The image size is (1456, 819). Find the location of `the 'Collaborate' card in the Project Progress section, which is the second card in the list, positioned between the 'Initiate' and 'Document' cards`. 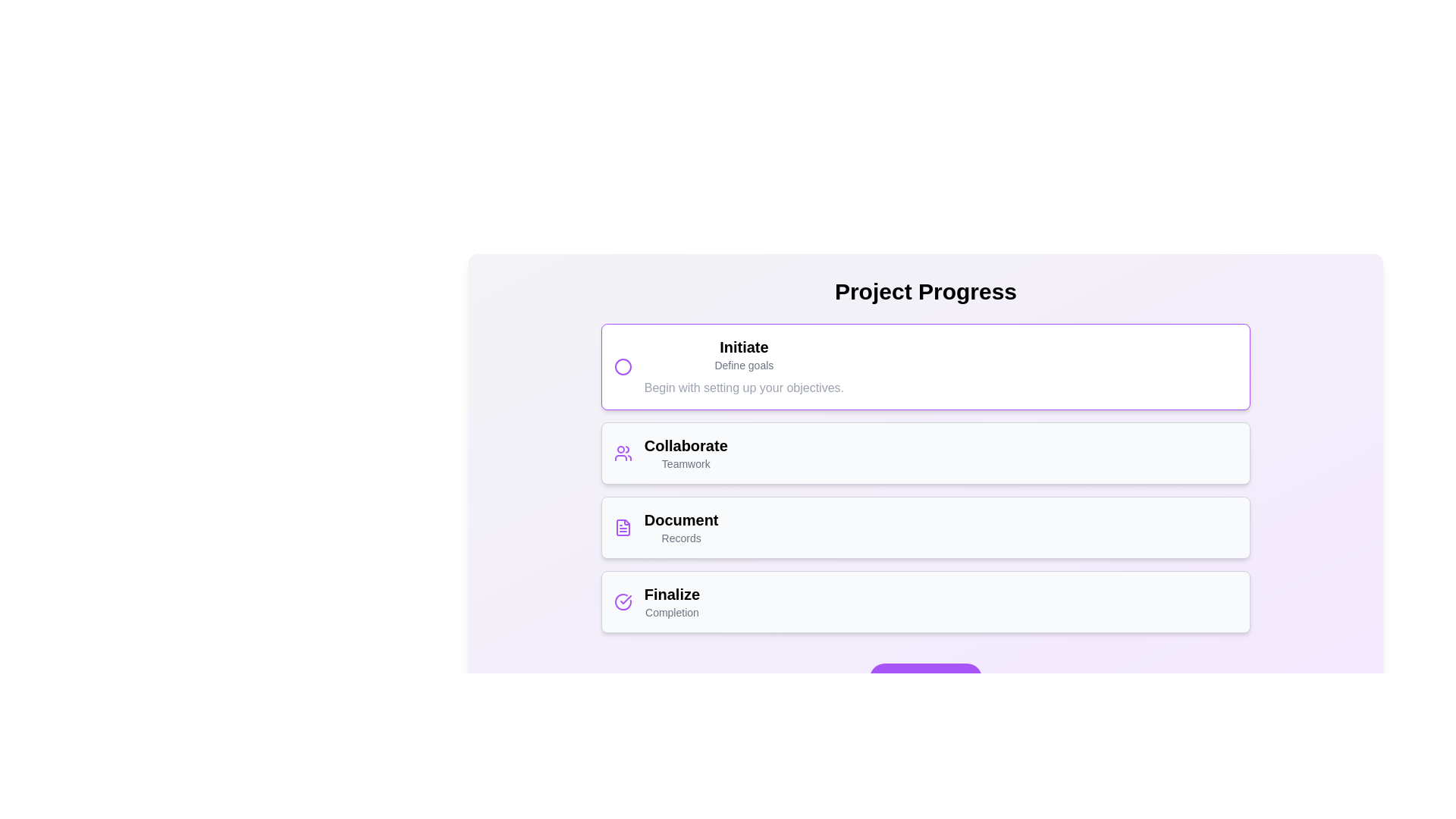

the 'Collaborate' card in the Project Progress section, which is the second card in the list, positioned between the 'Initiate' and 'Document' cards is located at coordinates (924, 452).